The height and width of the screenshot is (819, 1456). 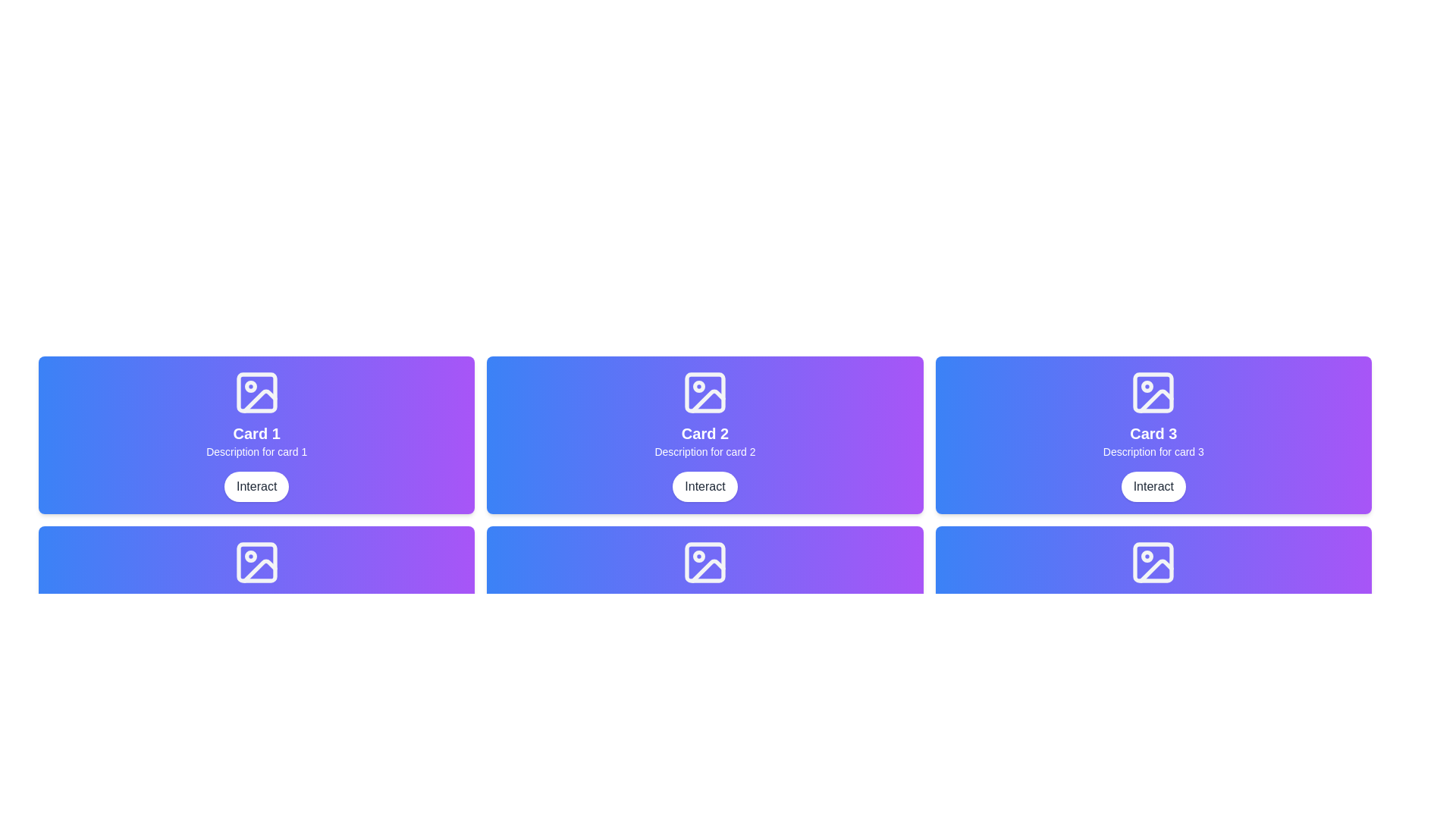 I want to click on the descriptive text label positioned within the second card (Card 2), located beneath the title 'Card 2' and above the 'Interact' button, so click(x=704, y=451).